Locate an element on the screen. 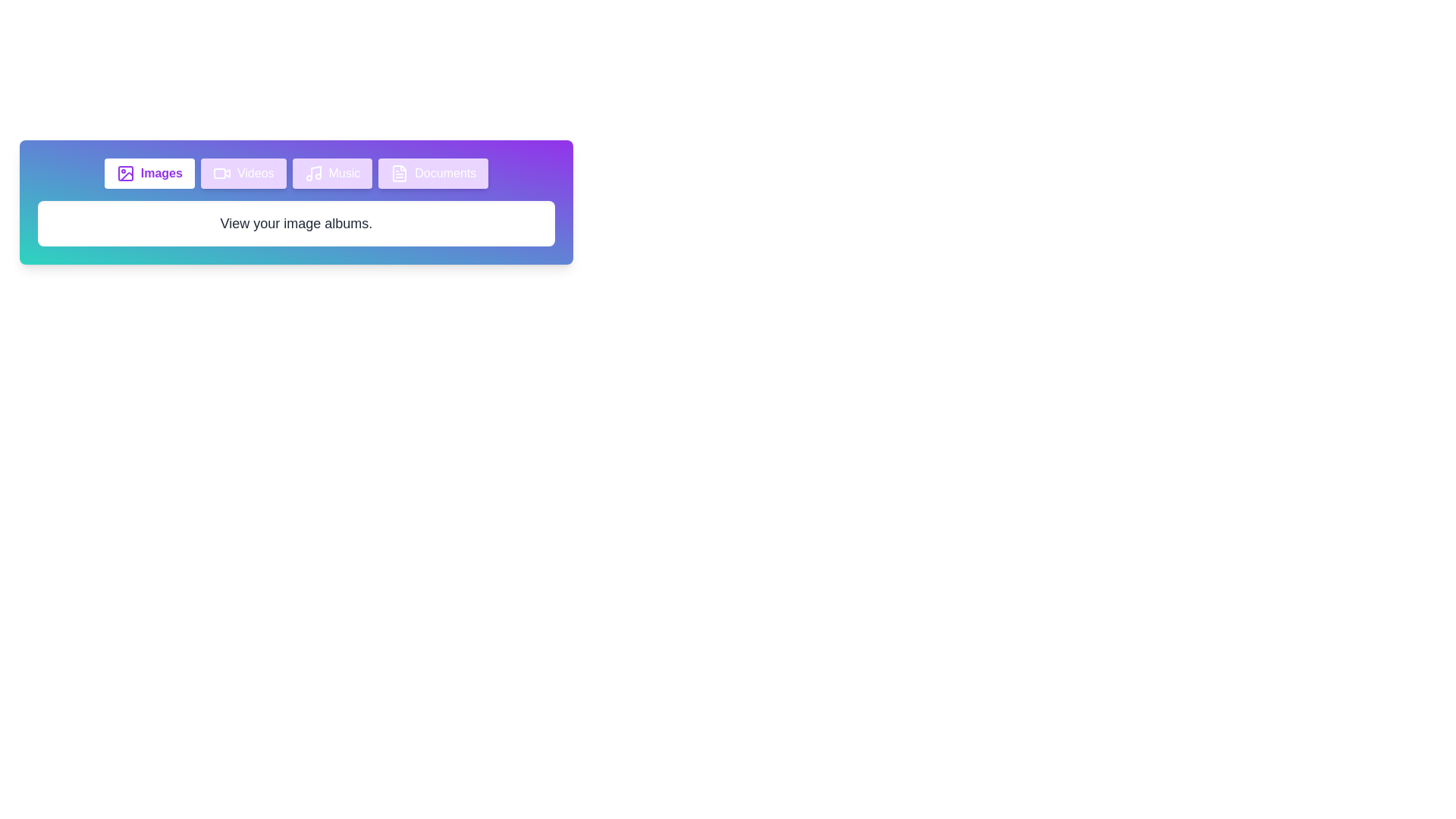  the Documents tab to view its content is located at coordinates (432, 172).